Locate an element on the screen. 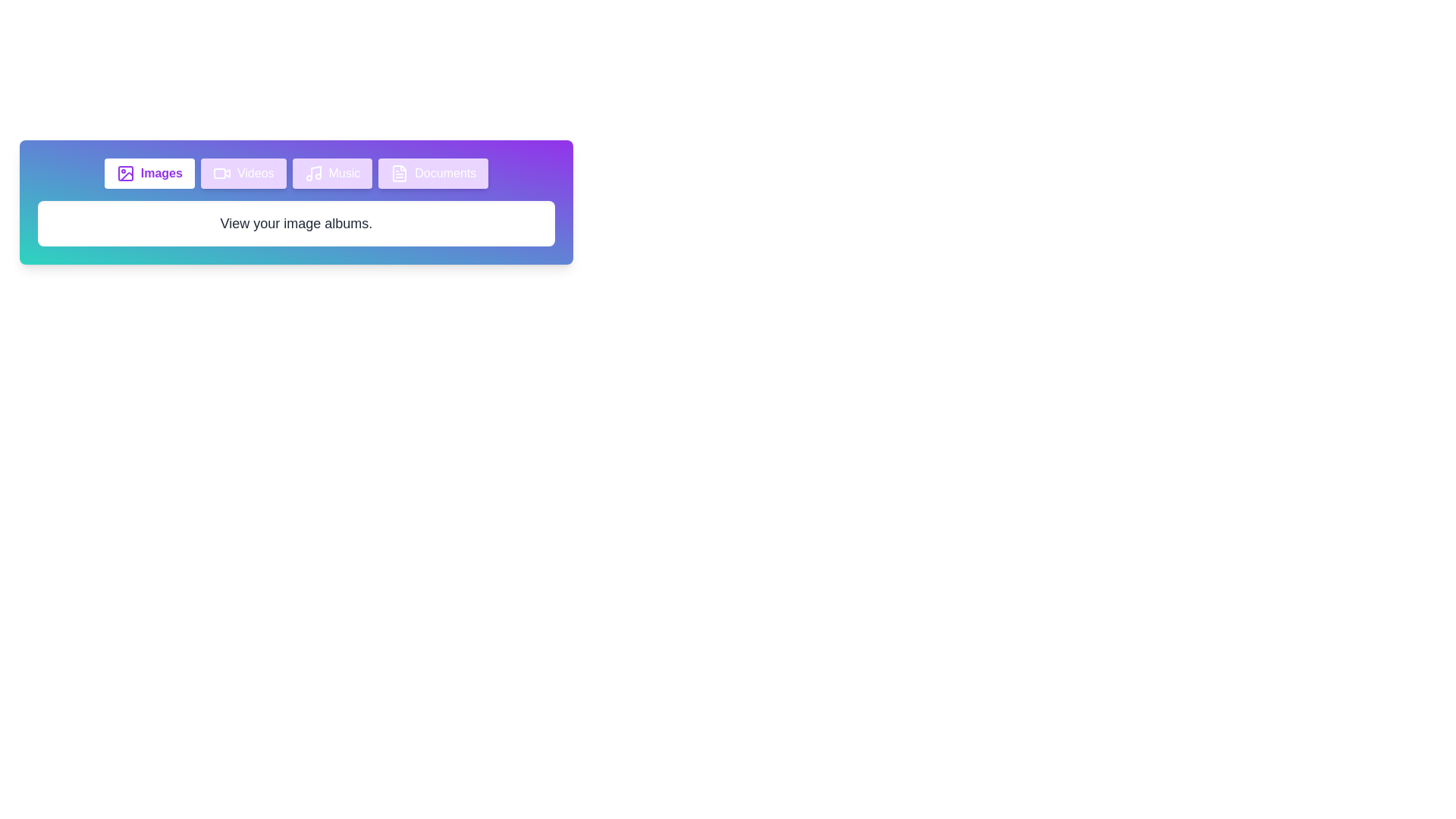  the Documents tab to view its content is located at coordinates (432, 172).